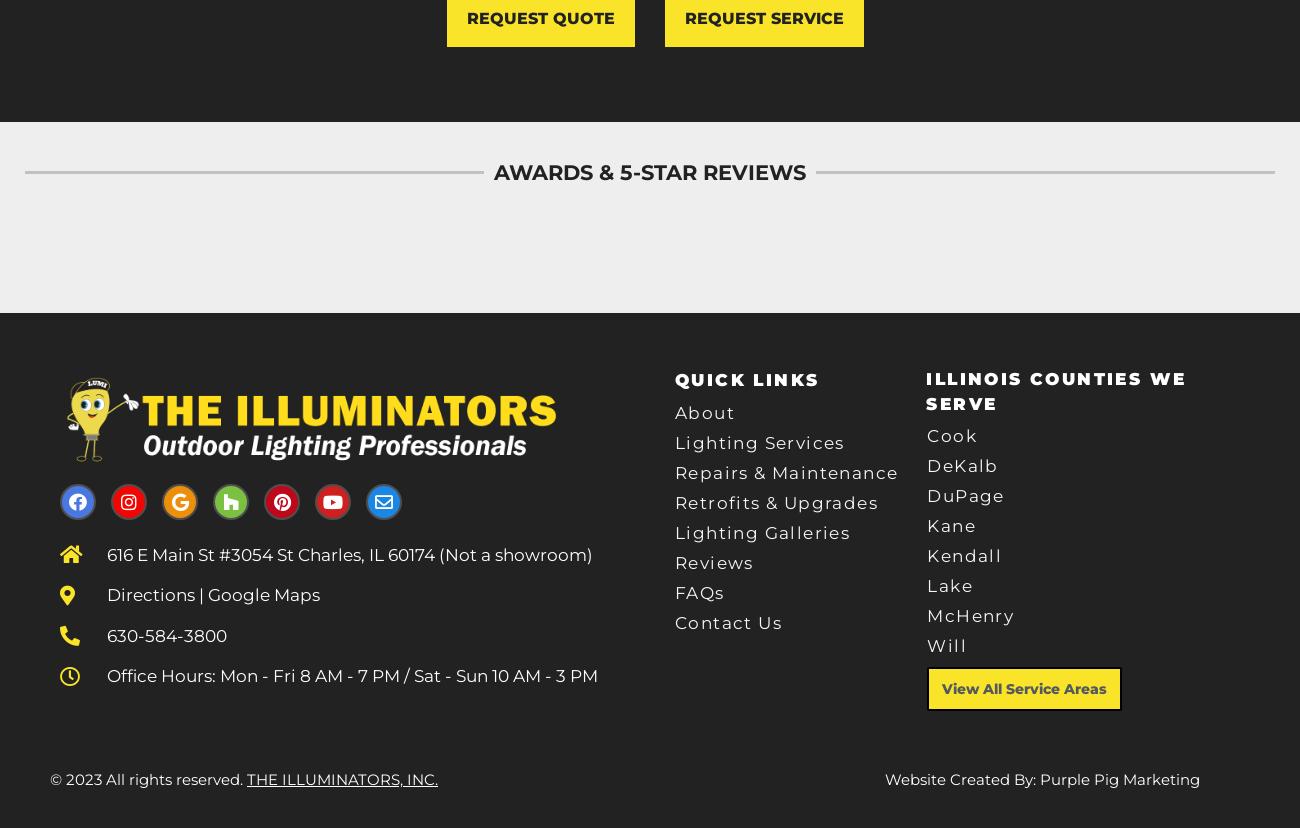  I want to click on 'Reviews', so click(673, 563).